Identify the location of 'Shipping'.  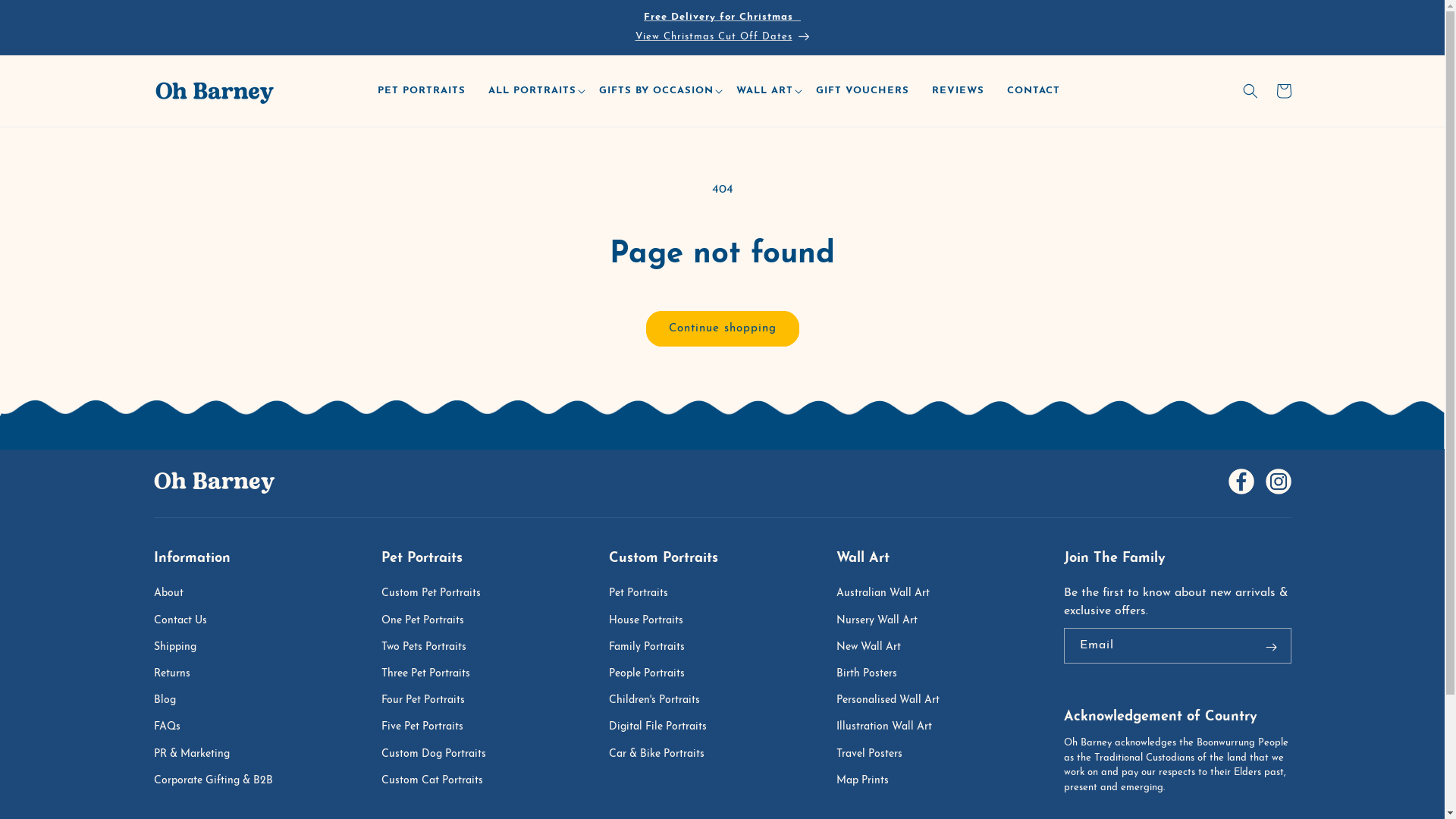
(152, 647).